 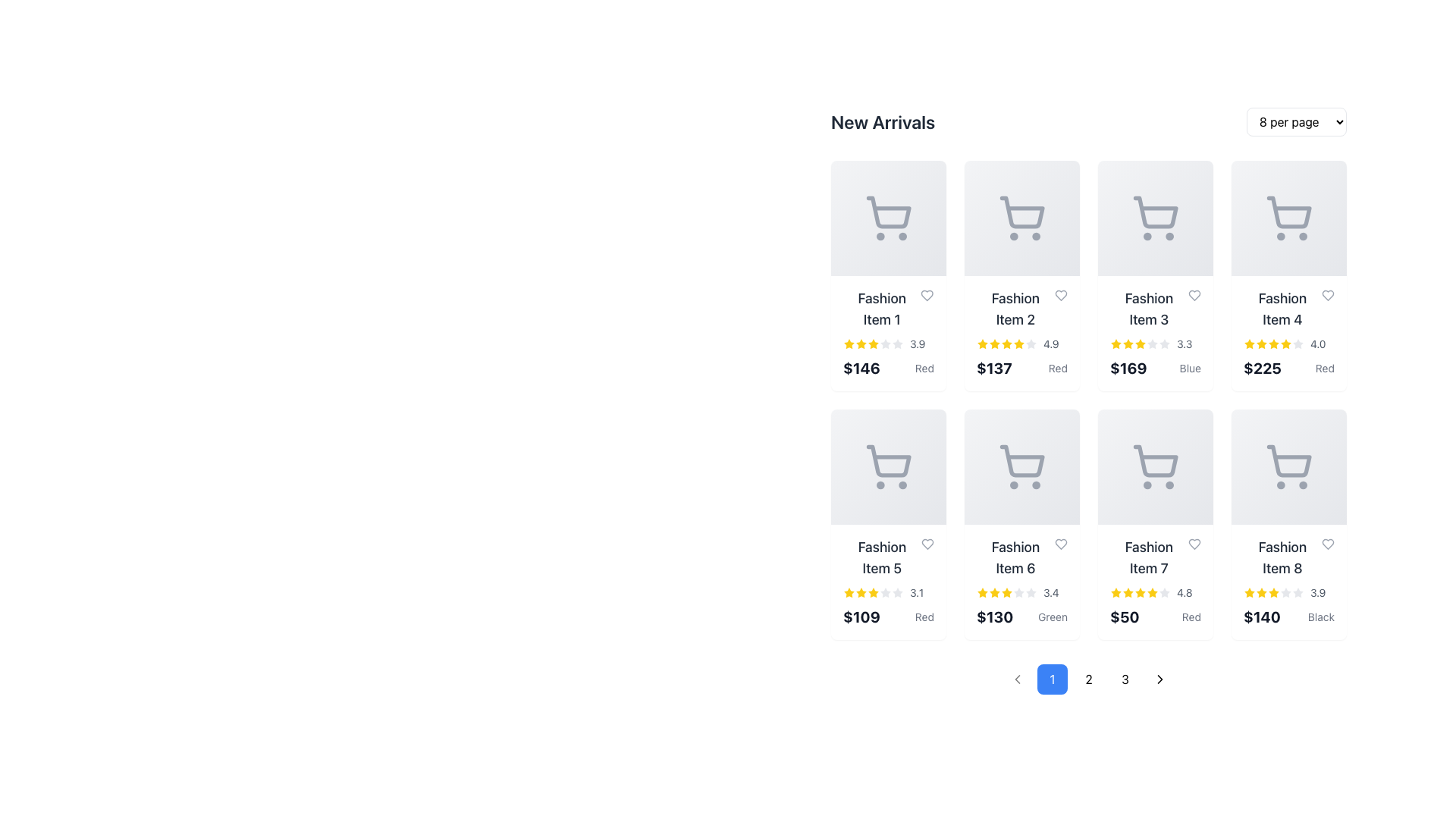 What do you see at coordinates (1007, 592) in the screenshot?
I see `the fourth yellow-filled star in the multi-star rating component displayed below 'Fashion Item 6'` at bounding box center [1007, 592].